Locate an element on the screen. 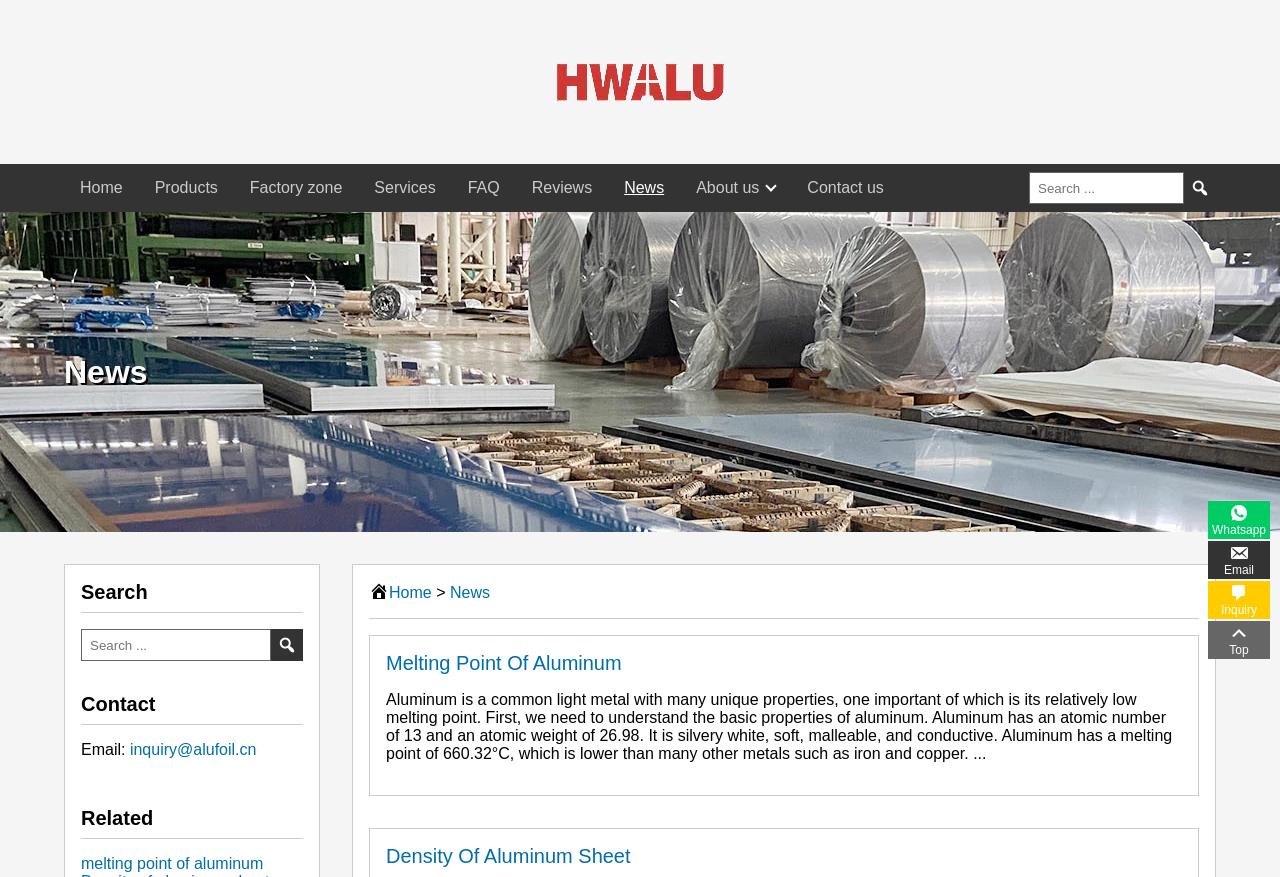 Image resolution: width=1280 pixels, height=877 pixels. 'Contact' is located at coordinates (117, 702).